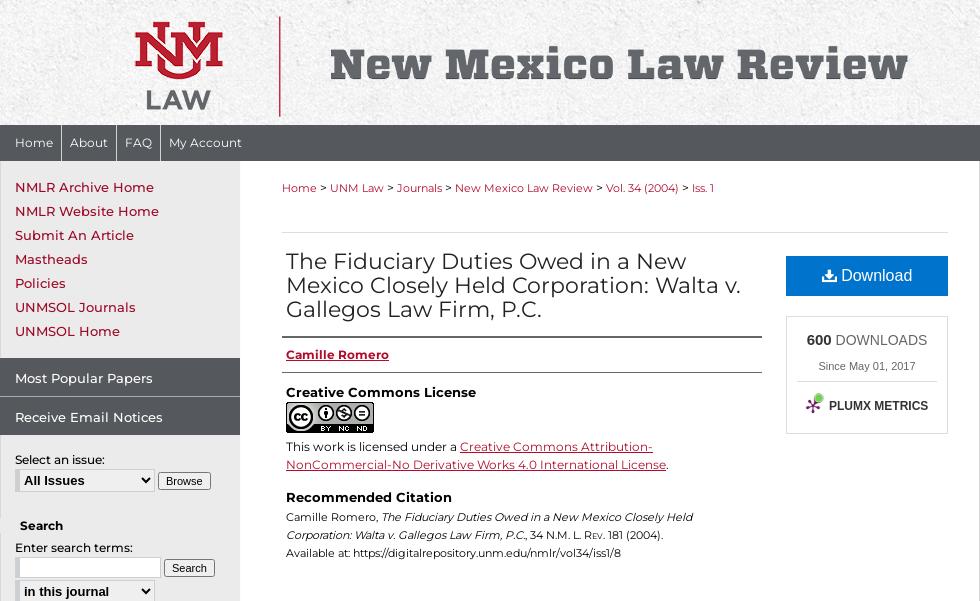 The width and height of the screenshot is (980, 601). Describe the element at coordinates (642, 186) in the screenshot. I see `'Vol. 34 (2004)'` at that location.